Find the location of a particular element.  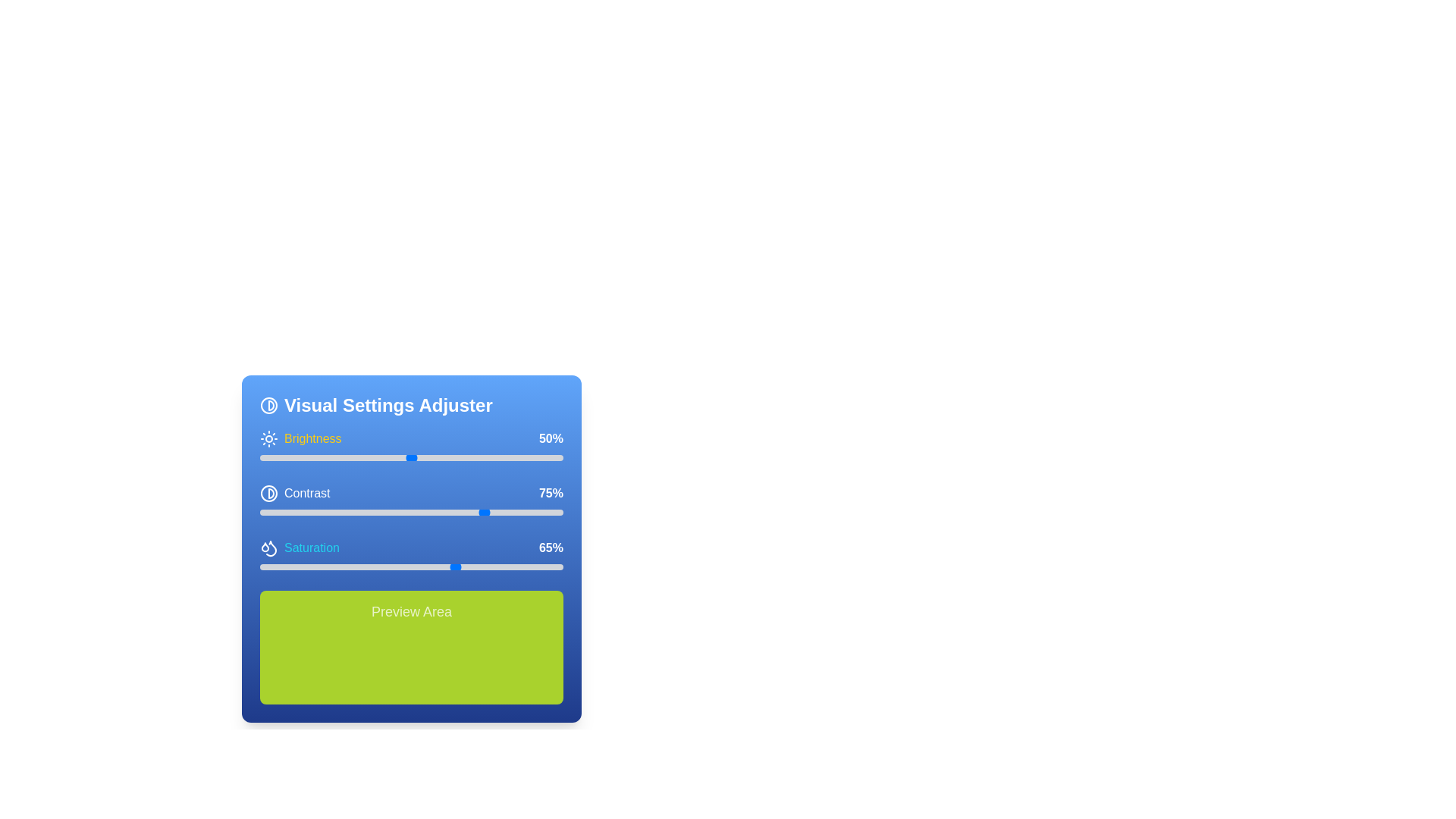

the circle-shaped graphical element representing the contrast settings, located next to the title 'Visual Settings Adjuster' in the settings panel is located at coordinates (269, 405).